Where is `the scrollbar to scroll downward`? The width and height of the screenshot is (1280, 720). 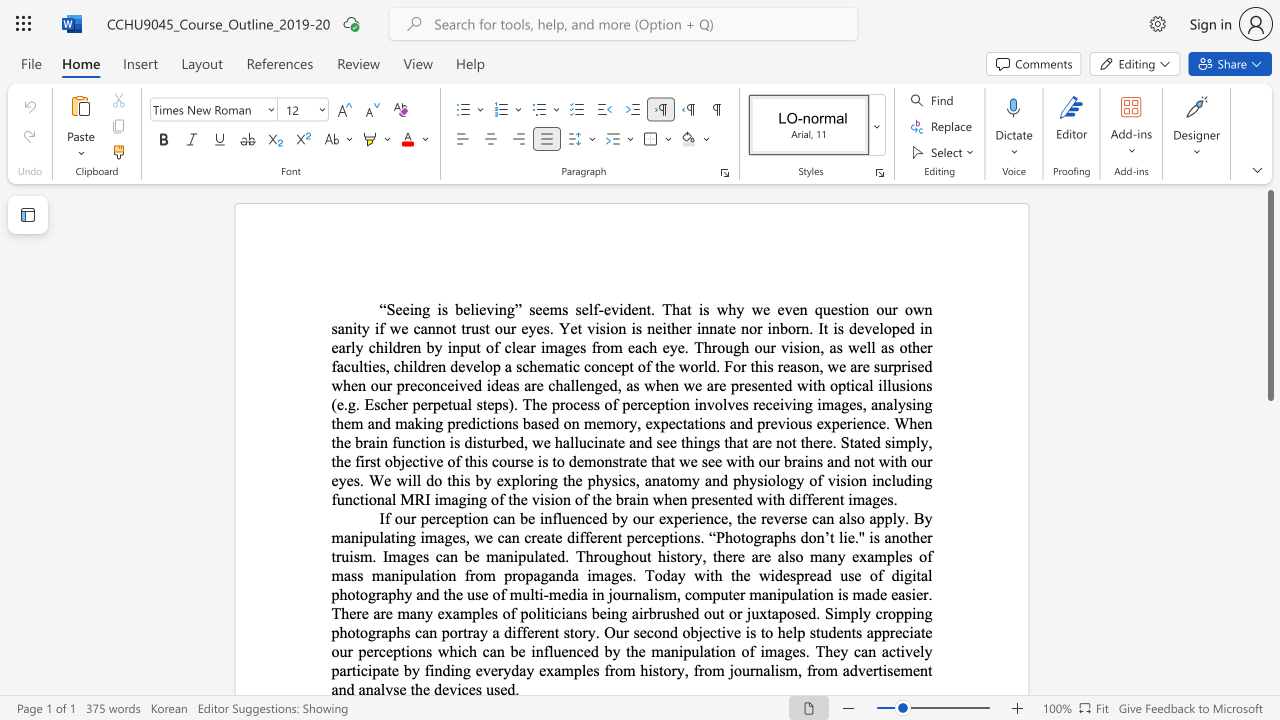
the scrollbar to scroll downward is located at coordinates (1269, 618).